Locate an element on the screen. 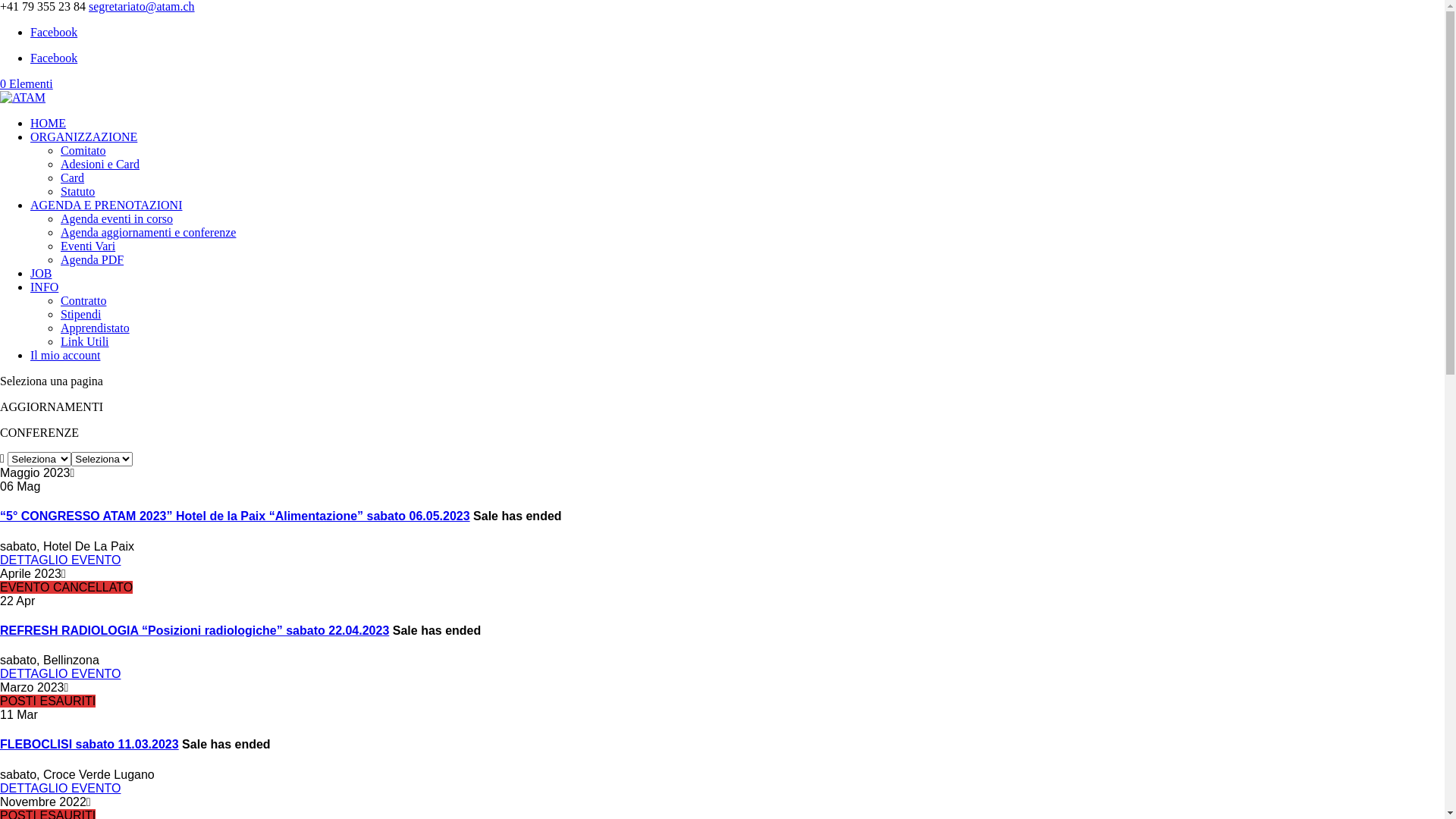 This screenshot has width=1456, height=819. 'segretariato@atam.ch' is located at coordinates (142, 6).